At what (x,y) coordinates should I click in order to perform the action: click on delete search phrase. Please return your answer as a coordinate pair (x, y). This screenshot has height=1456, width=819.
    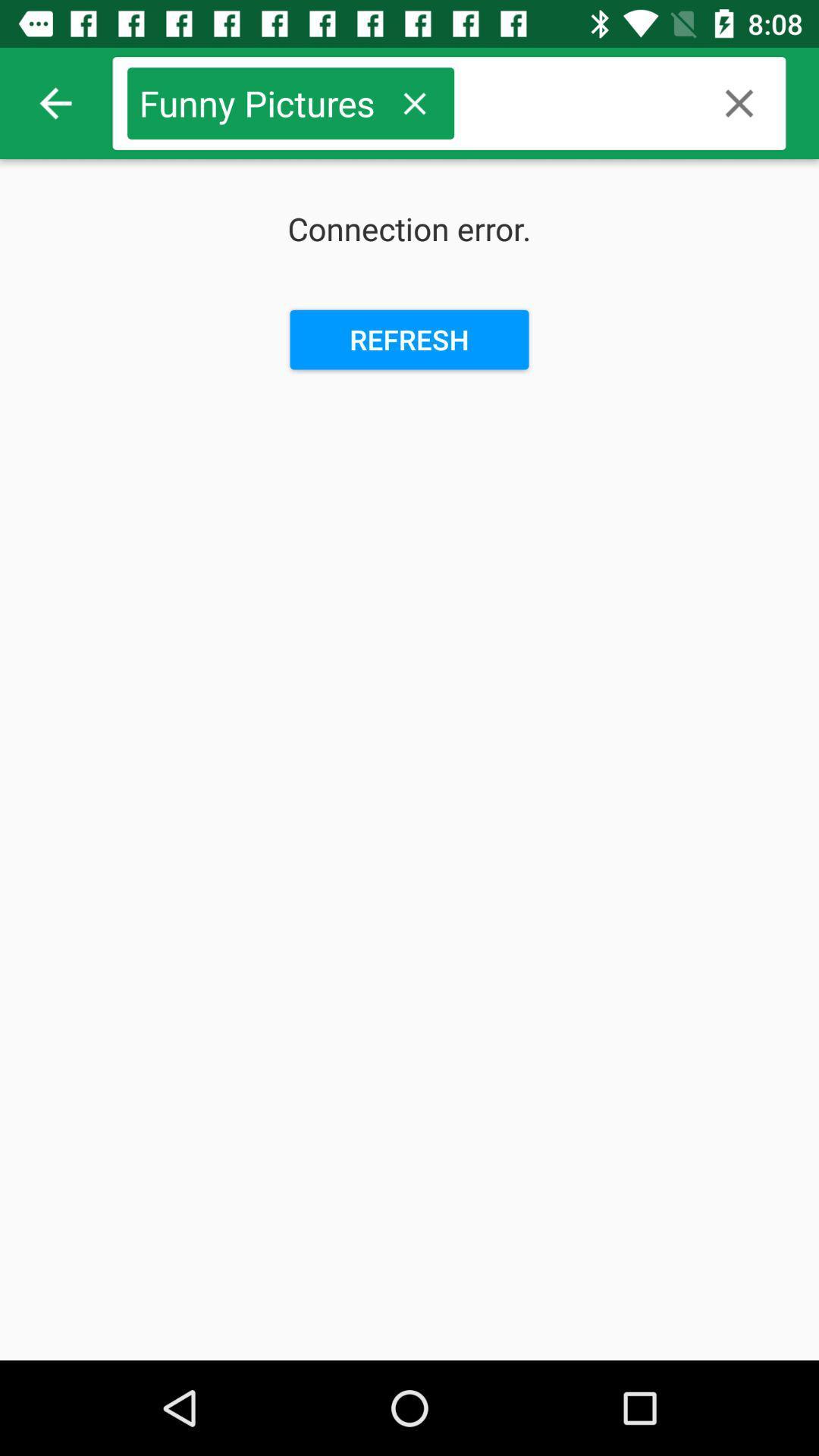
    Looking at the image, I should click on (414, 102).